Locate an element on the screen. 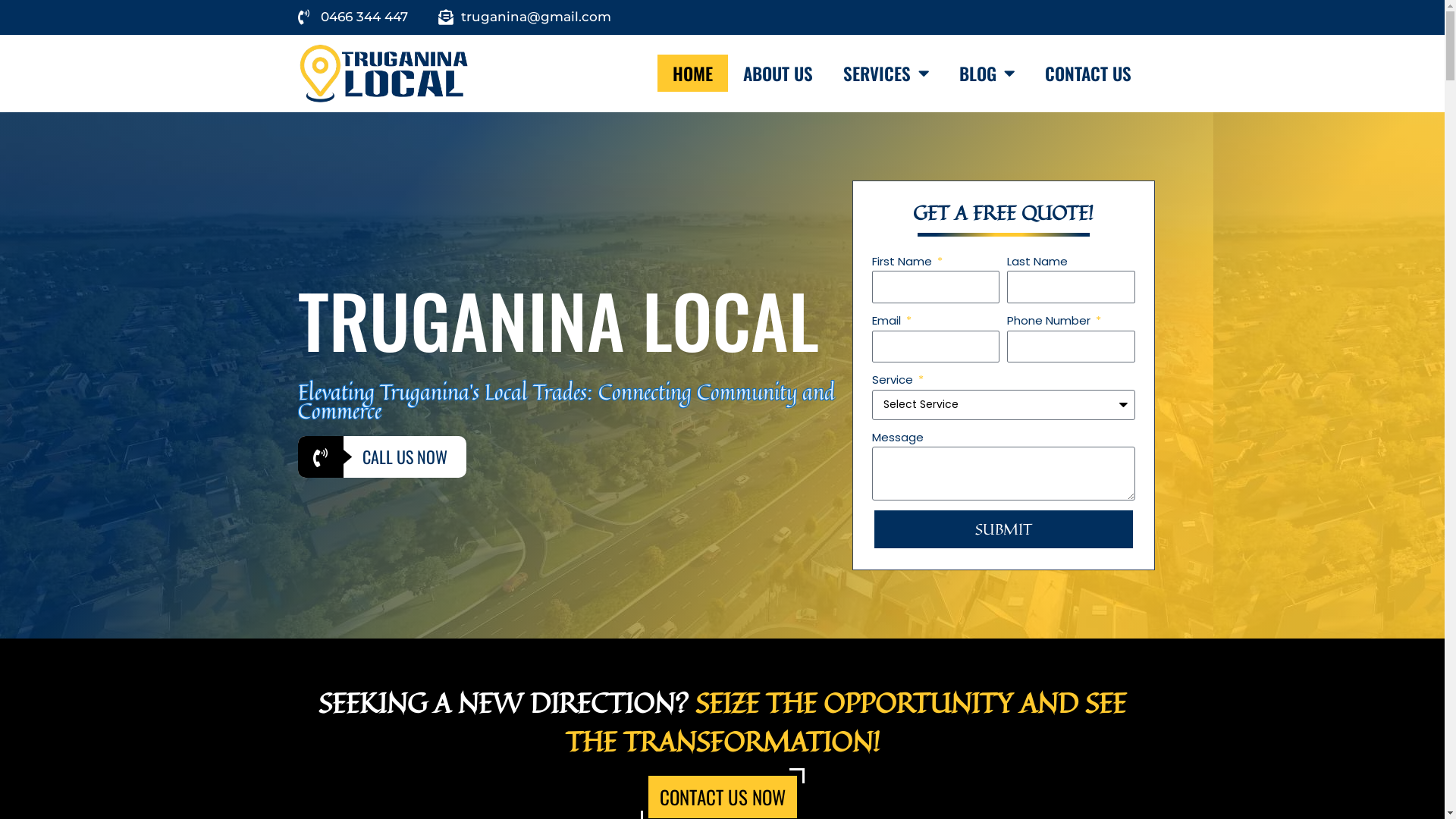  'truganina@gmail.com' is located at coordinates (524, 17).